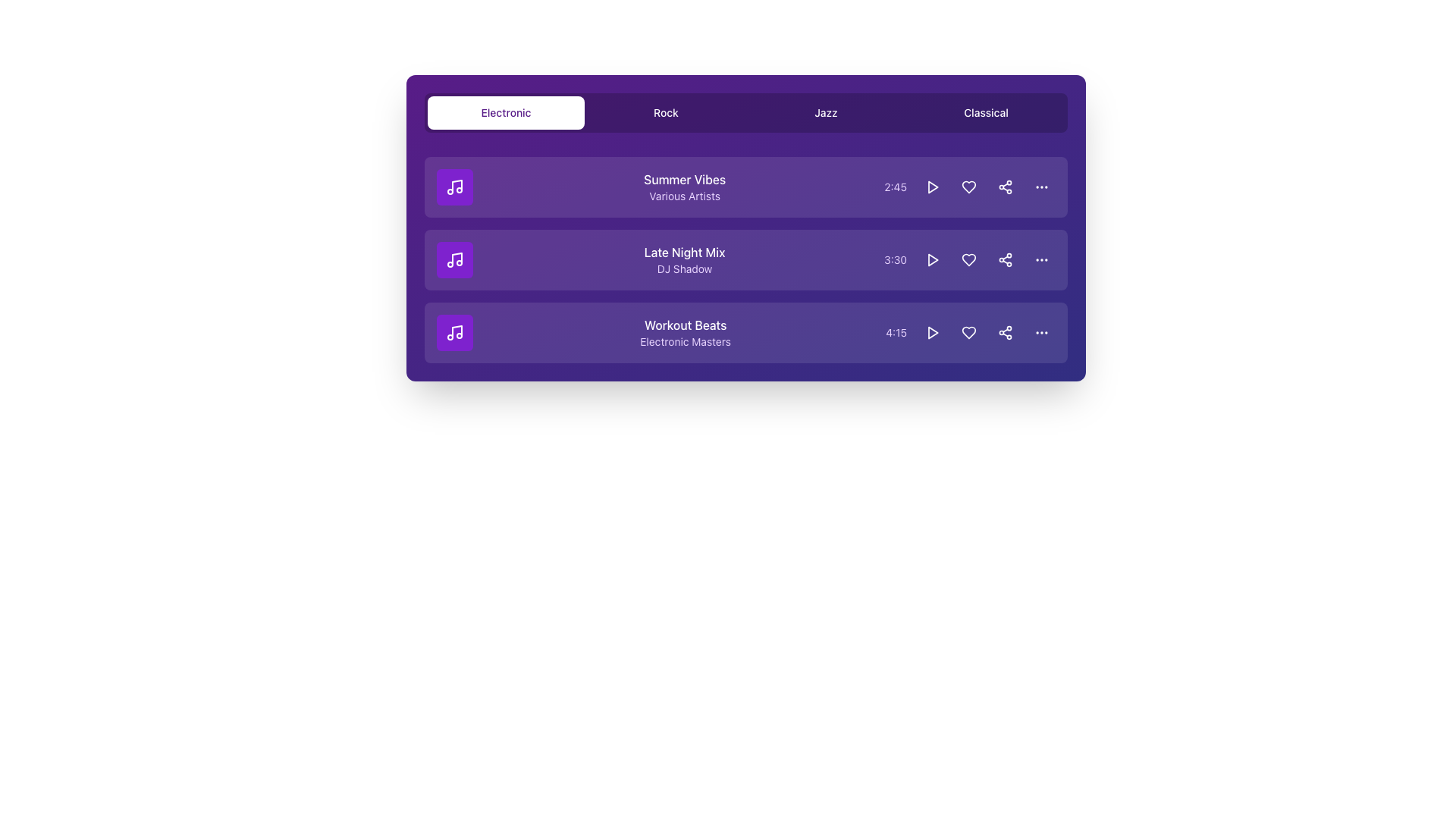 The image size is (1456, 819). What do you see at coordinates (454, 186) in the screenshot?
I see `the music note icon, which is styled in white on a square purple background, located at the start of the first row of the music track list before the track title 'Summer Vibes'` at bounding box center [454, 186].